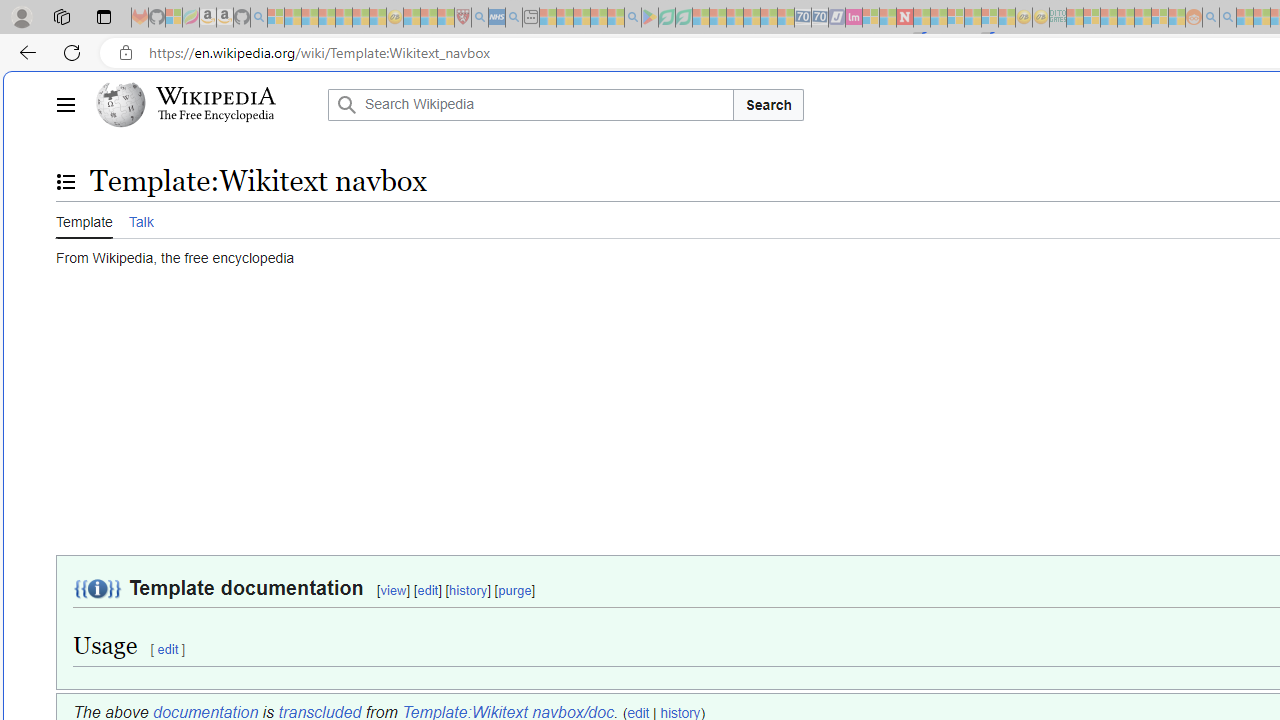 This screenshot has height=720, width=1280. Describe the element at coordinates (515, 590) in the screenshot. I see `'purge'` at that location.